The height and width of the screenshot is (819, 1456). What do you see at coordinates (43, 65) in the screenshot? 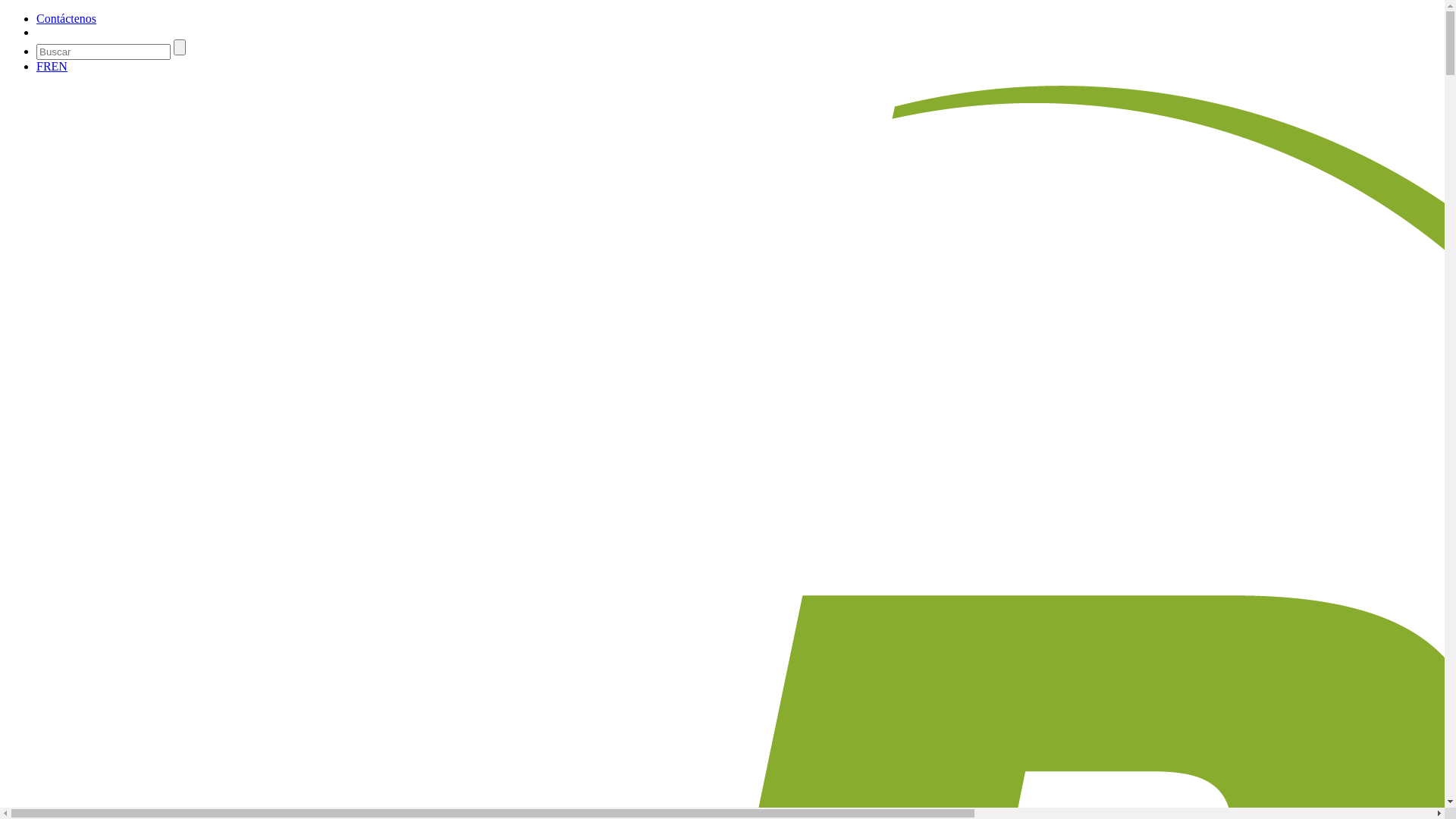
I see `'FR'` at bounding box center [43, 65].